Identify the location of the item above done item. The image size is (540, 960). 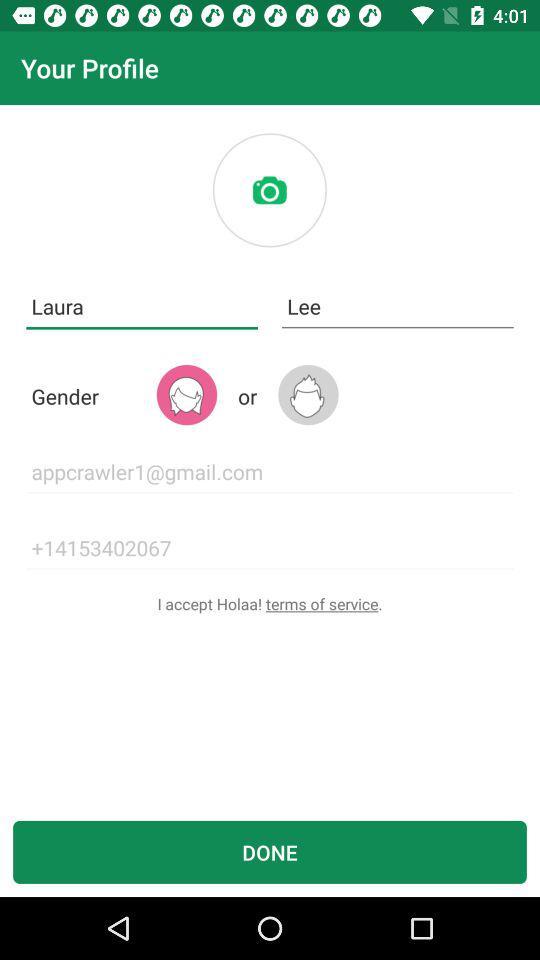
(270, 602).